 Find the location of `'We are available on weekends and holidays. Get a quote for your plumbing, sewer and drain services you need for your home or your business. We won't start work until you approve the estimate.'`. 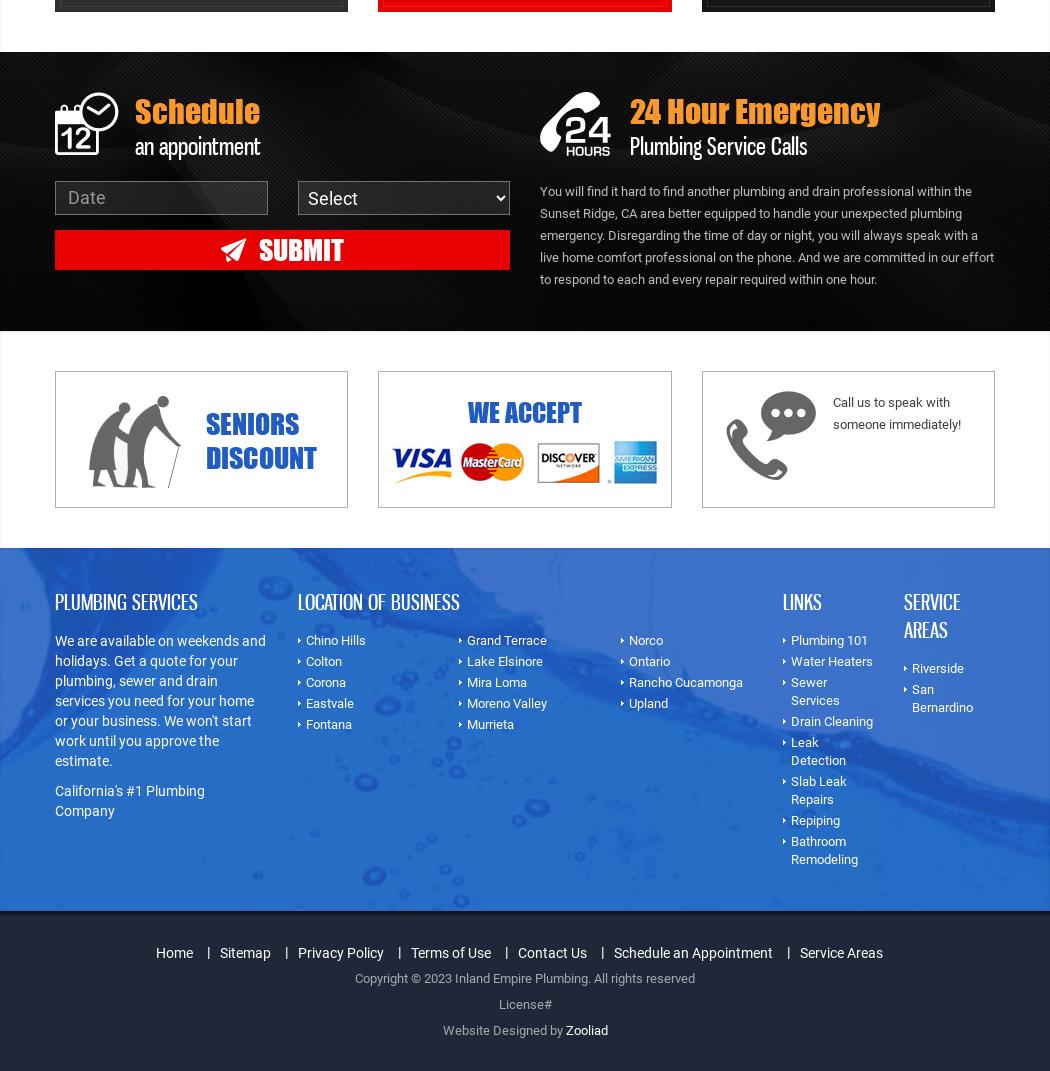

'We are available on weekends and holidays. Get a quote for your plumbing, sewer and drain services you need for your home or your business. We won't start work until you approve the estimate.' is located at coordinates (160, 700).